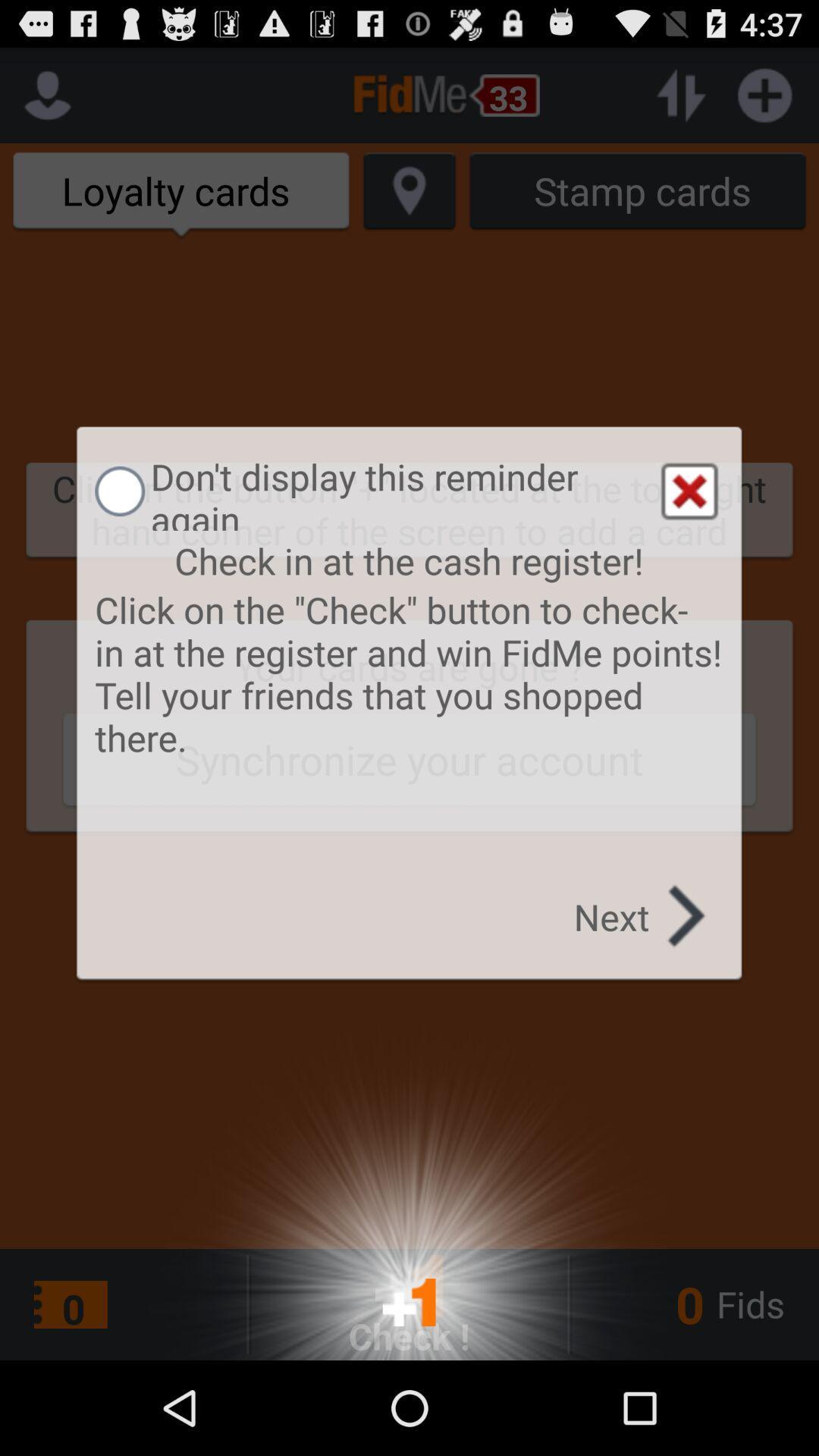 Image resolution: width=819 pixels, height=1456 pixels. What do you see at coordinates (689, 491) in the screenshot?
I see `icon next to don t display` at bounding box center [689, 491].